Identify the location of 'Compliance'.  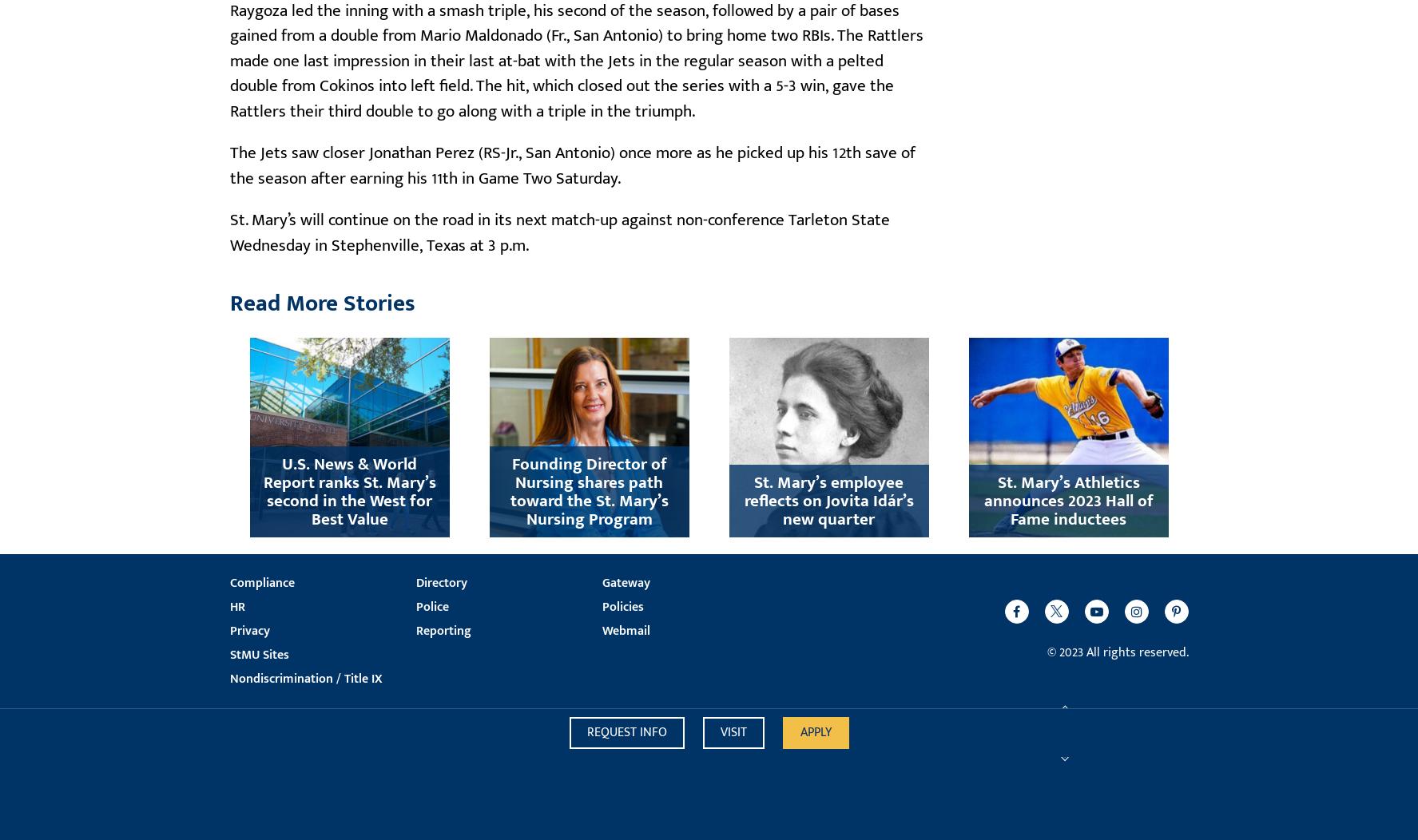
(260, 582).